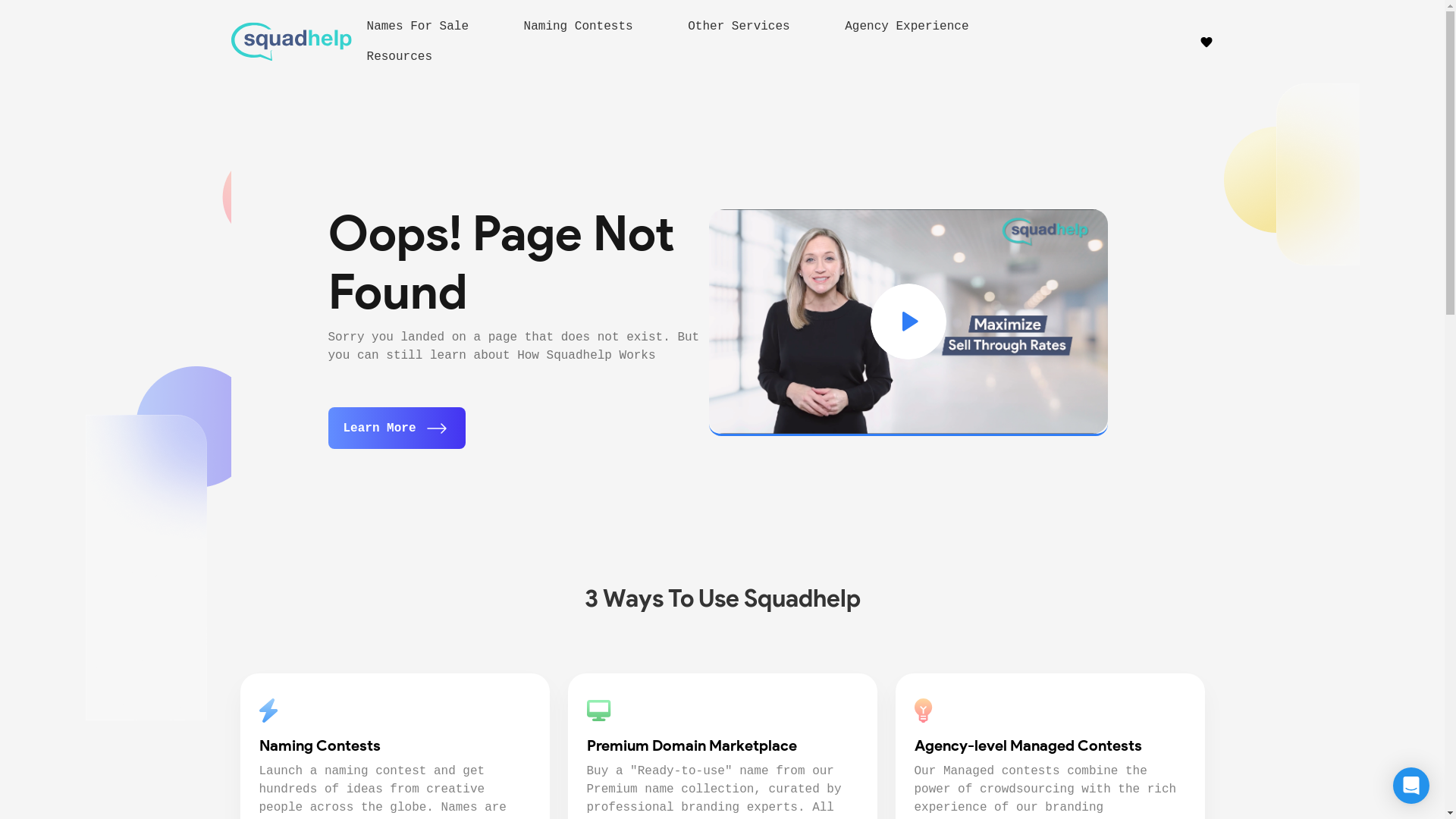  What do you see at coordinates (687, 26) in the screenshot?
I see `'Other Services'` at bounding box center [687, 26].